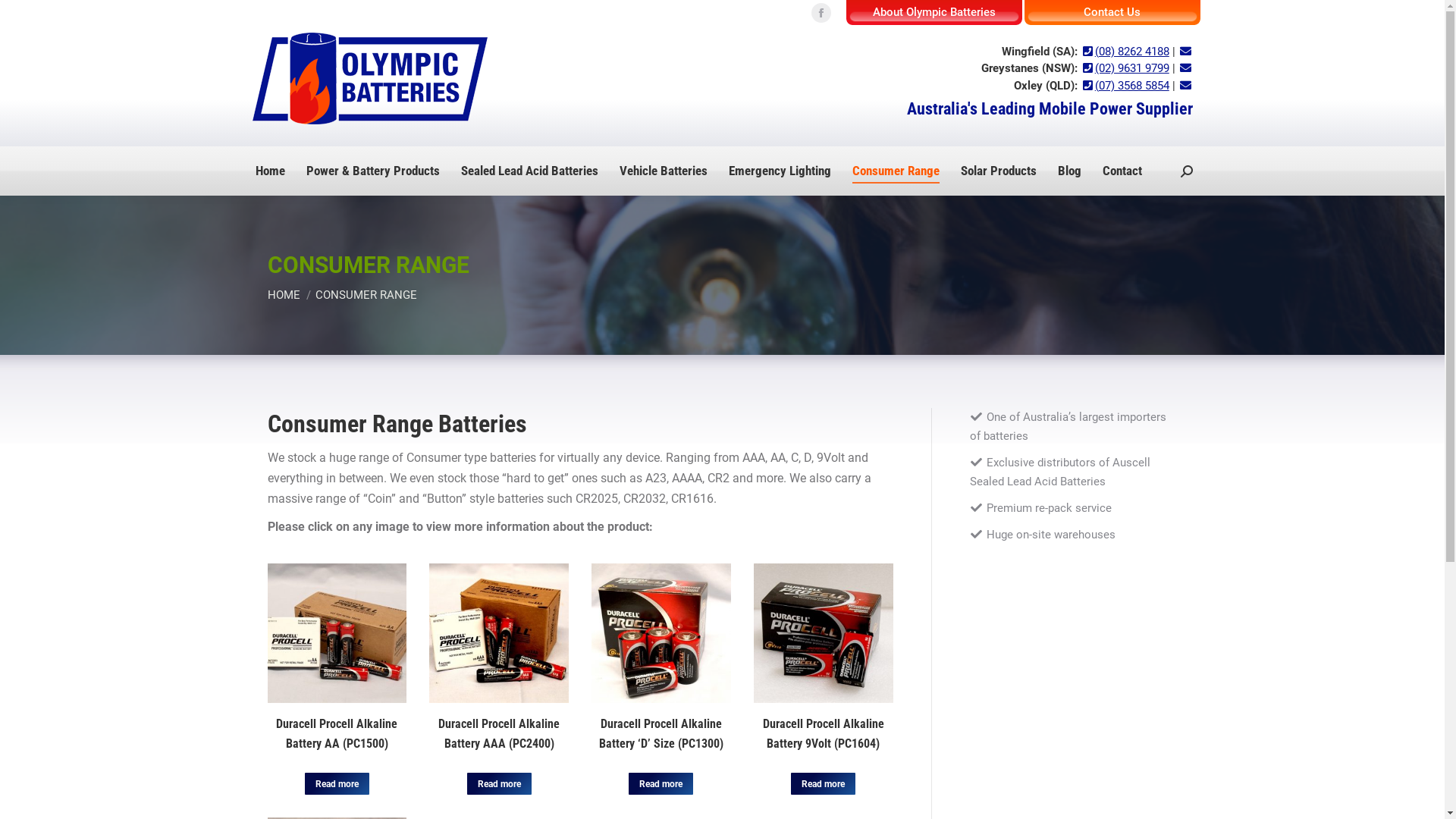 The width and height of the screenshot is (1456, 819). I want to click on 'Duracell Procell Alkaline Battery AAA (PC2400)', so click(498, 733).